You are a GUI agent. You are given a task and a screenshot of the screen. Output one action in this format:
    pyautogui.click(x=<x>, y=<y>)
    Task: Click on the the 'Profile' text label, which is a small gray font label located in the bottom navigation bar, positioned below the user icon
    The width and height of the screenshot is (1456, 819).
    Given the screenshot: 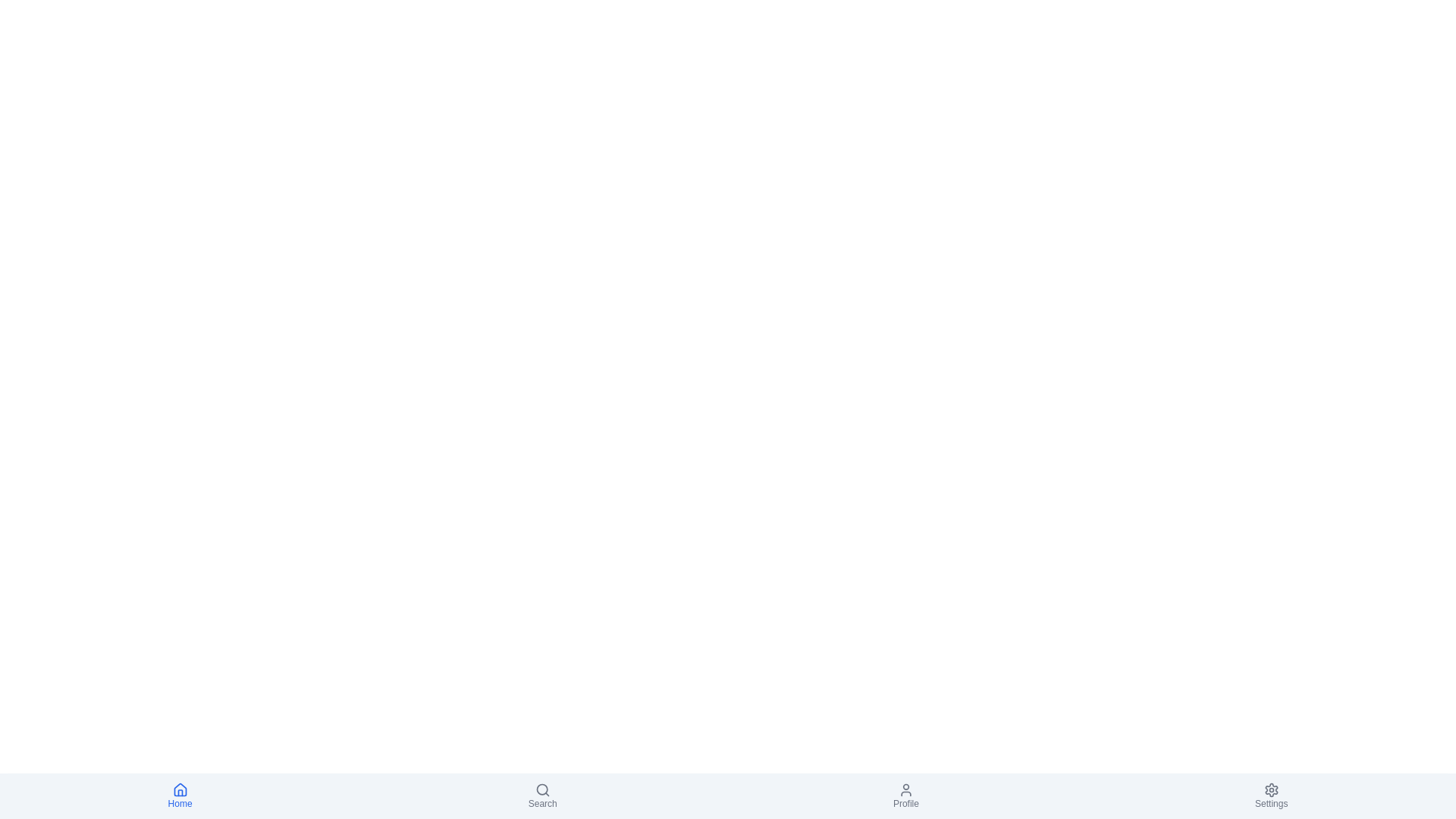 What is the action you would take?
    pyautogui.click(x=905, y=803)
    